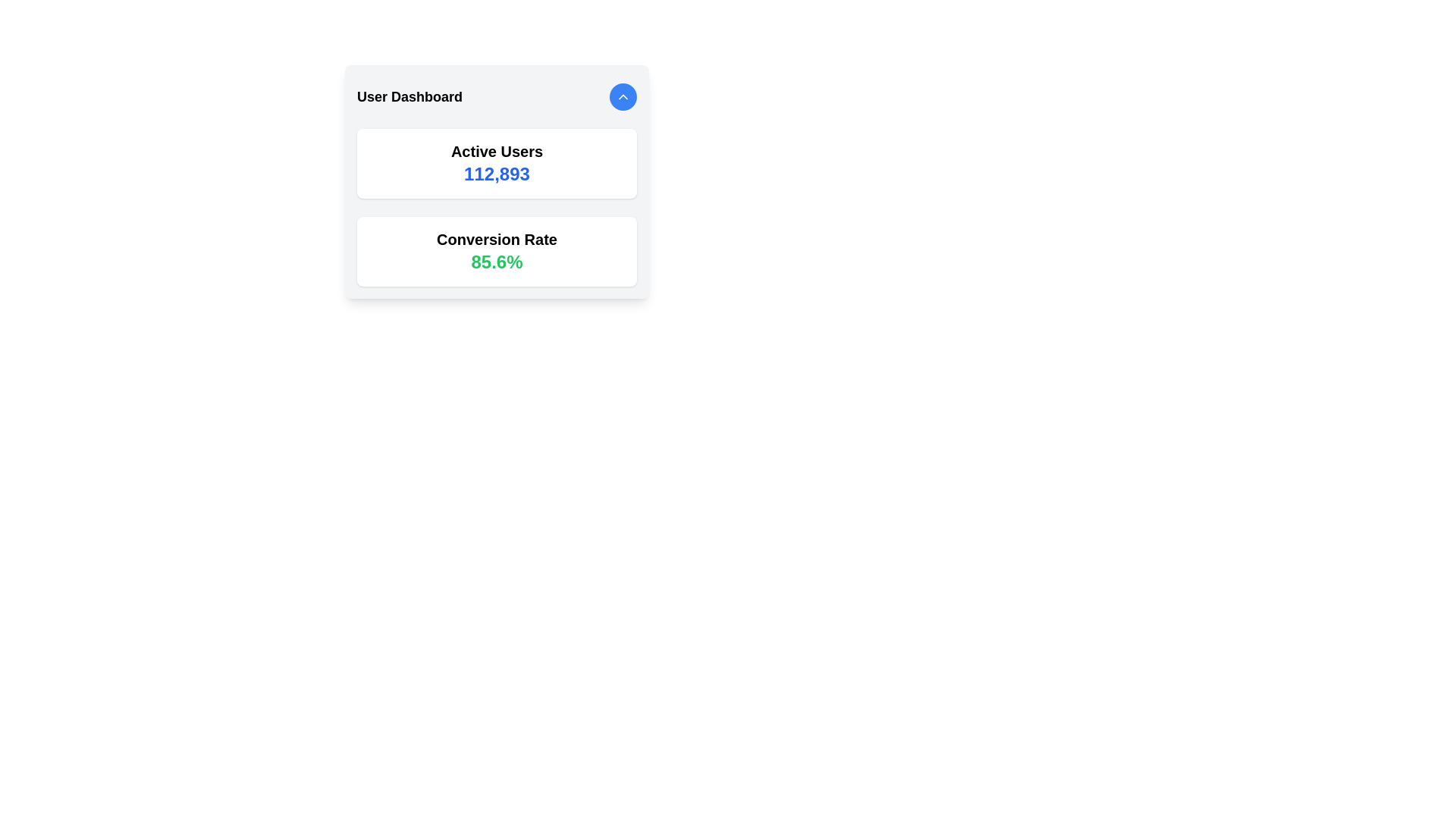 The width and height of the screenshot is (1456, 819). I want to click on the summary card displaying metrics for active users and conversion rate located in the User Dashboard, so click(497, 207).